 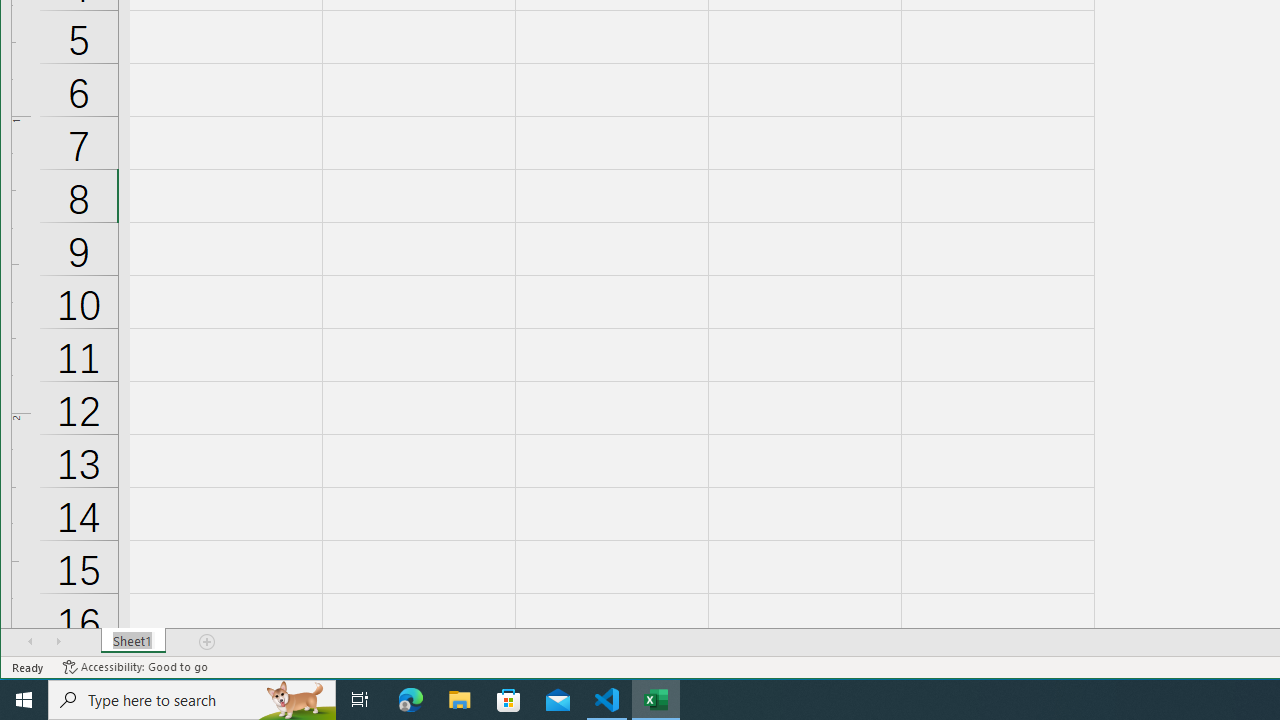 What do you see at coordinates (24, 698) in the screenshot?
I see `'Start'` at bounding box center [24, 698].